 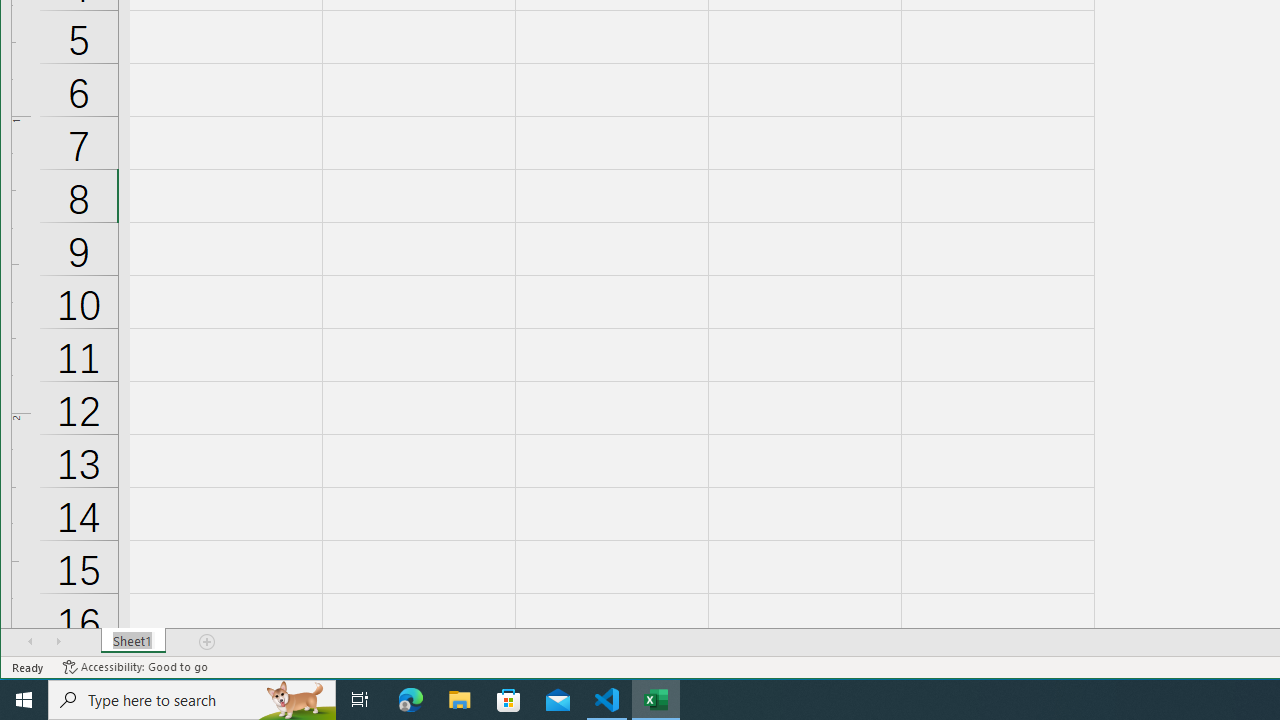 What do you see at coordinates (24, 698) in the screenshot?
I see `'Start'` at bounding box center [24, 698].